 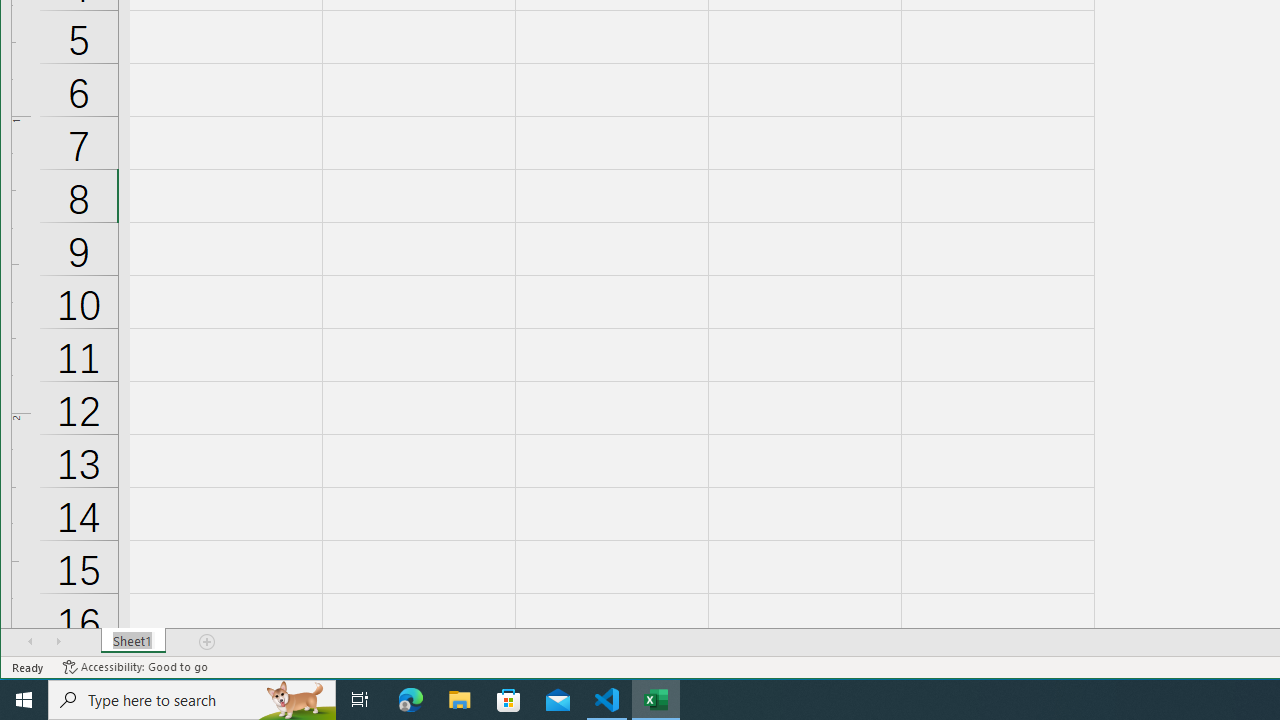 What do you see at coordinates (24, 698) in the screenshot?
I see `'Start'` at bounding box center [24, 698].